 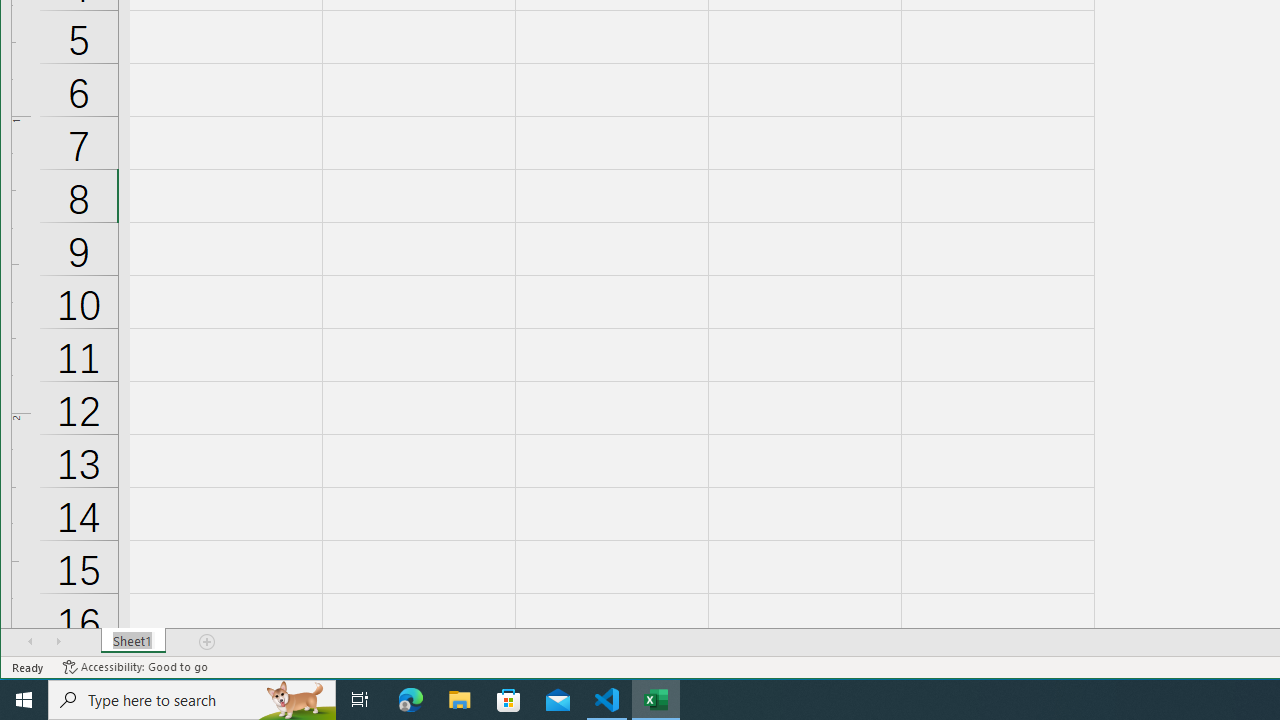 What do you see at coordinates (24, 698) in the screenshot?
I see `'Start'` at bounding box center [24, 698].